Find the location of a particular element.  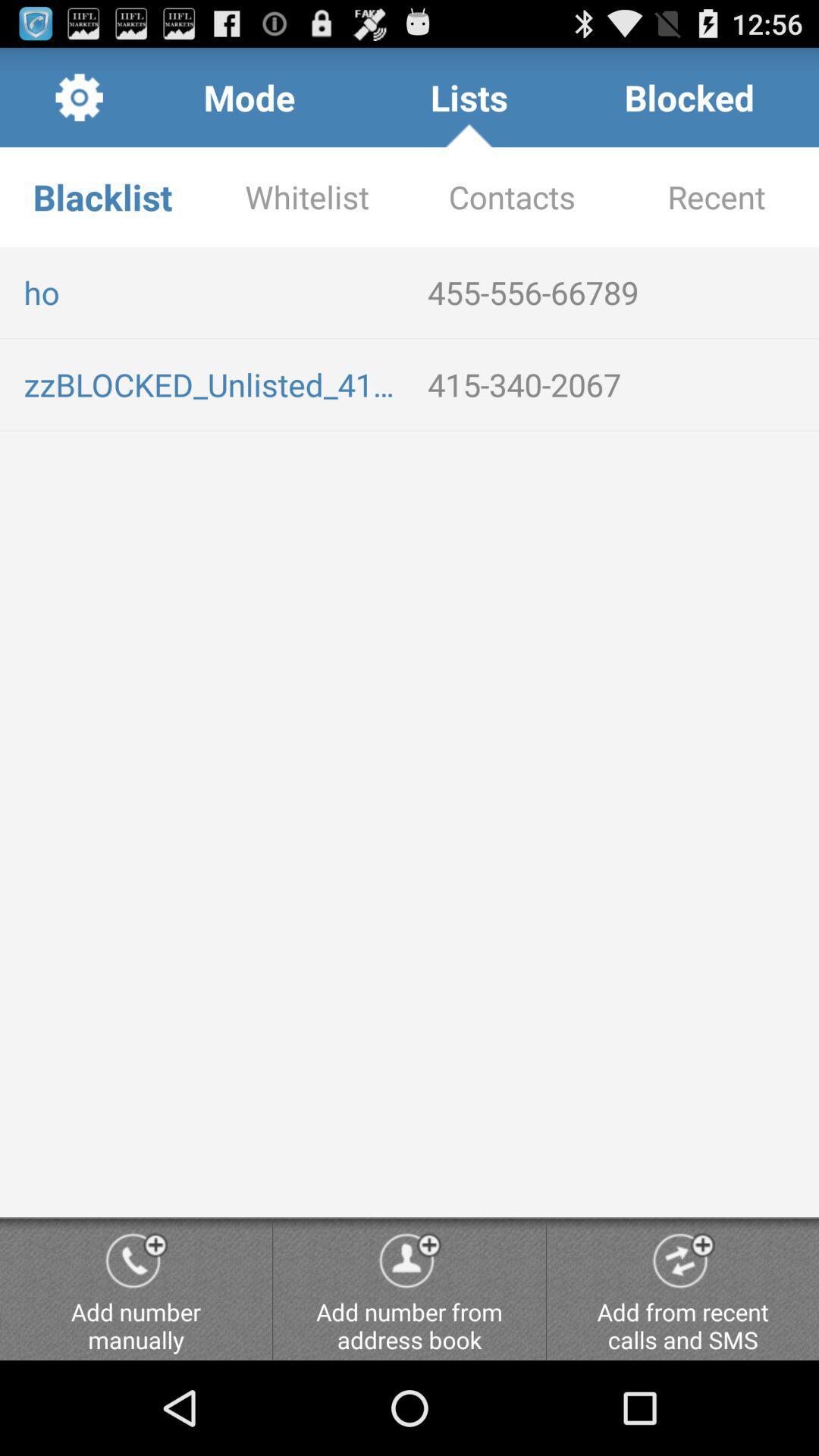

app to the left of lists app is located at coordinates (248, 96).